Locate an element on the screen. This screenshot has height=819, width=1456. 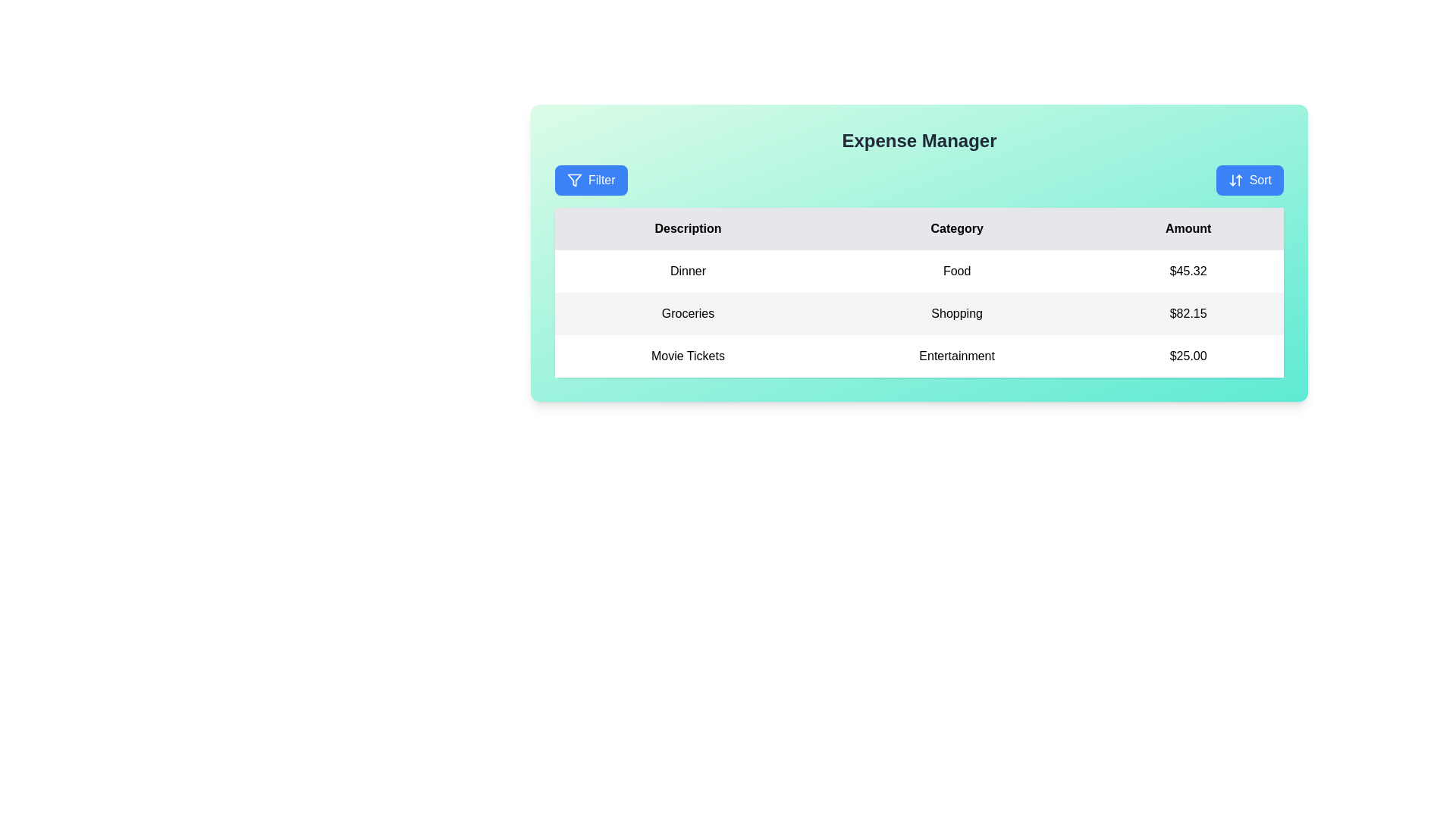
the 'Entertainment' text label located in the 'Category' column and corresponding to the 'Movie Tickets' row in the table is located at coordinates (956, 356).